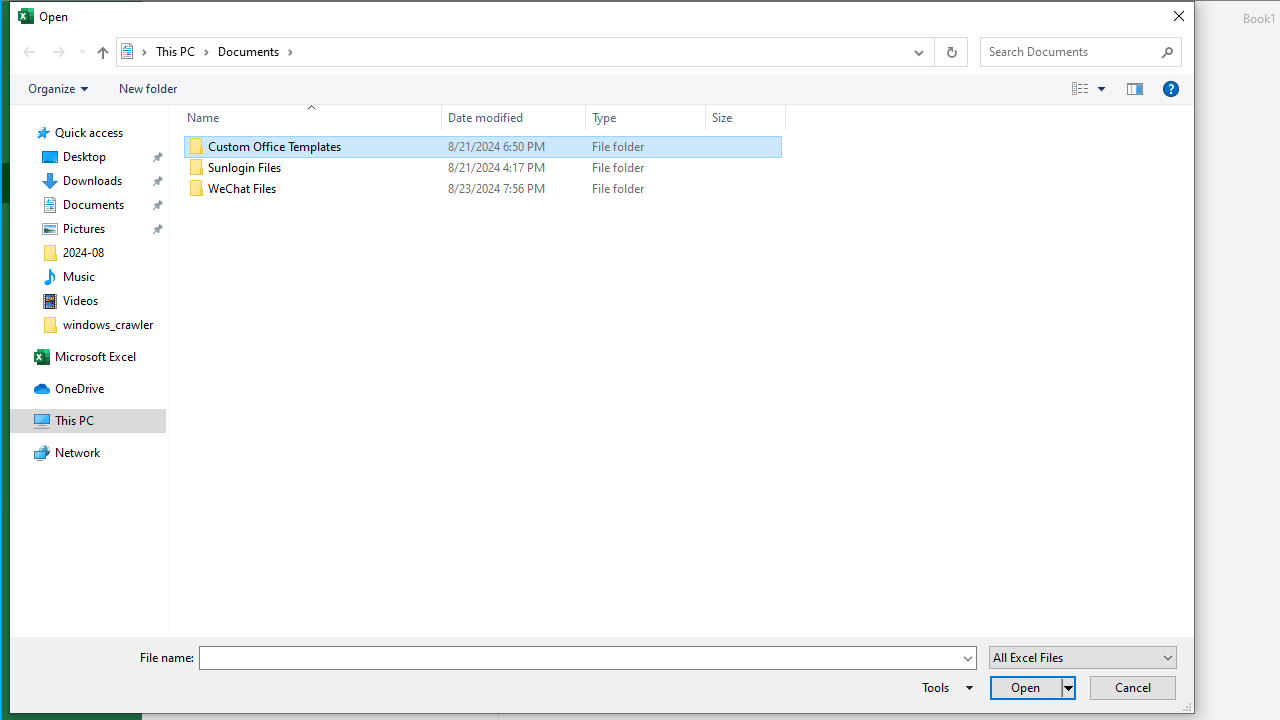 This screenshot has width=1280, height=720. What do you see at coordinates (80, 50) in the screenshot?
I see `'Recent locations'` at bounding box center [80, 50].